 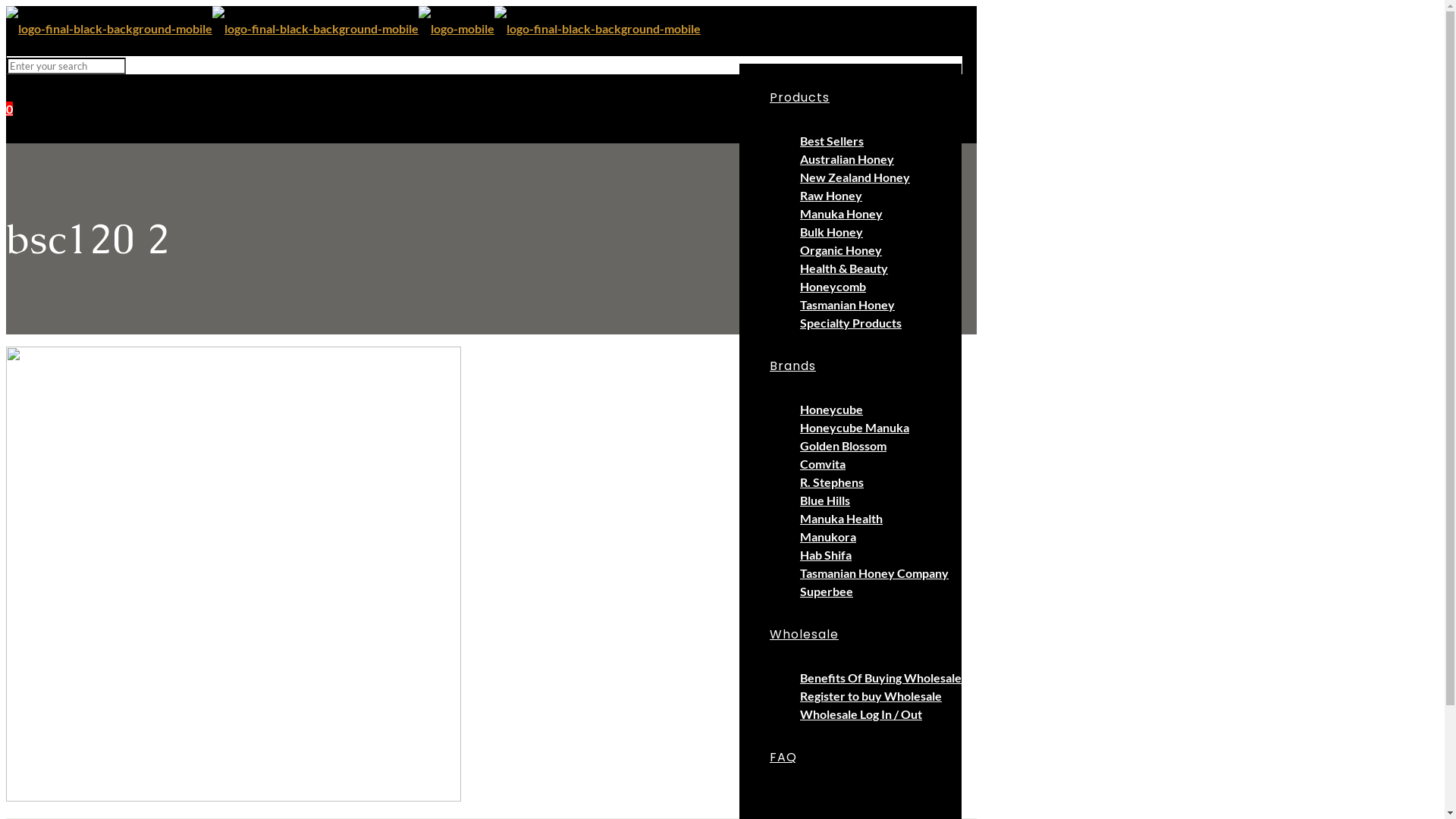 What do you see at coordinates (839, 249) in the screenshot?
I see `'Organic Honey'` at bounding box center [839, 249].